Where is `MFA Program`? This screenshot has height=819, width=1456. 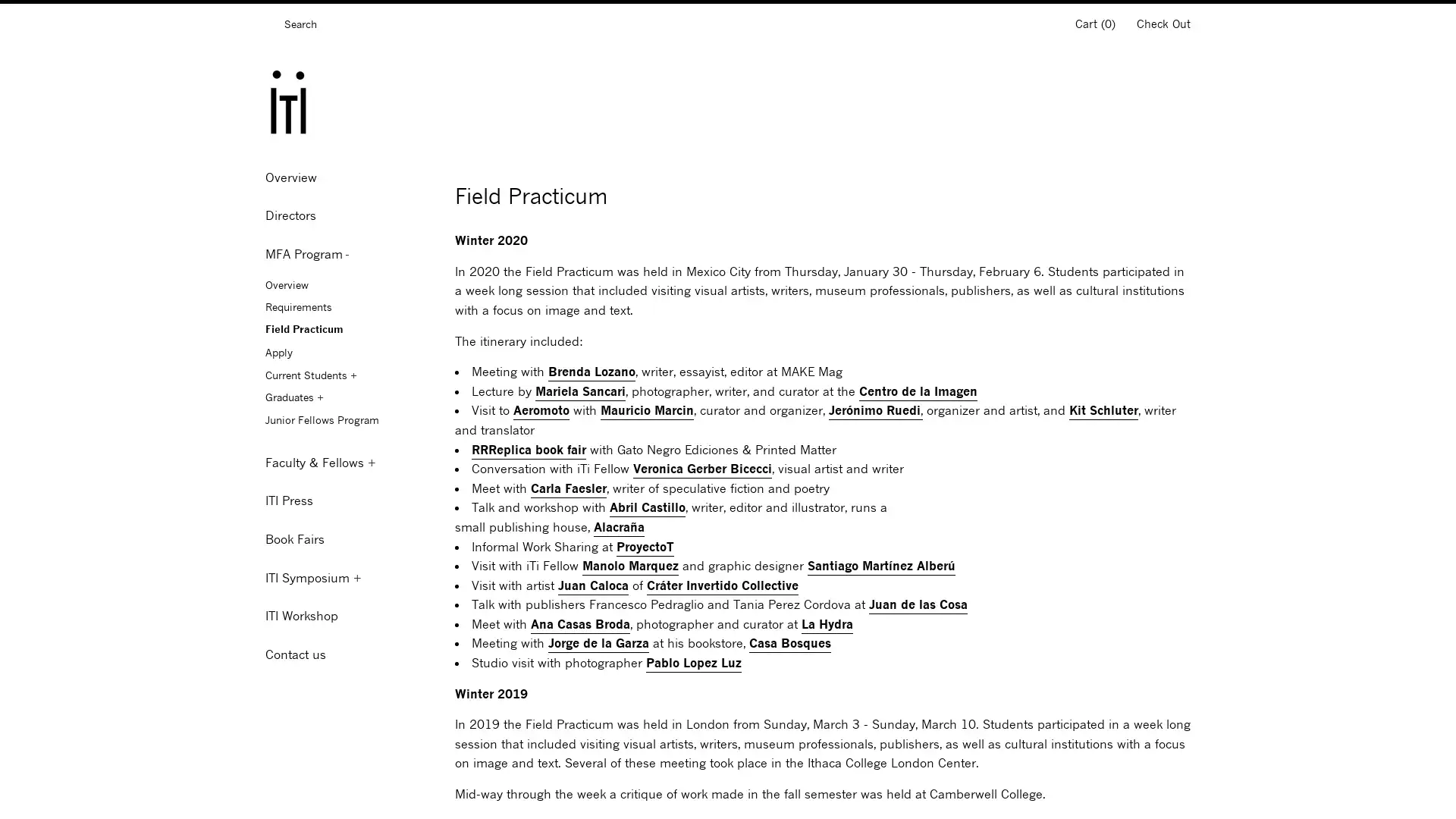
MFA Program is located at coordinates (348, 253).